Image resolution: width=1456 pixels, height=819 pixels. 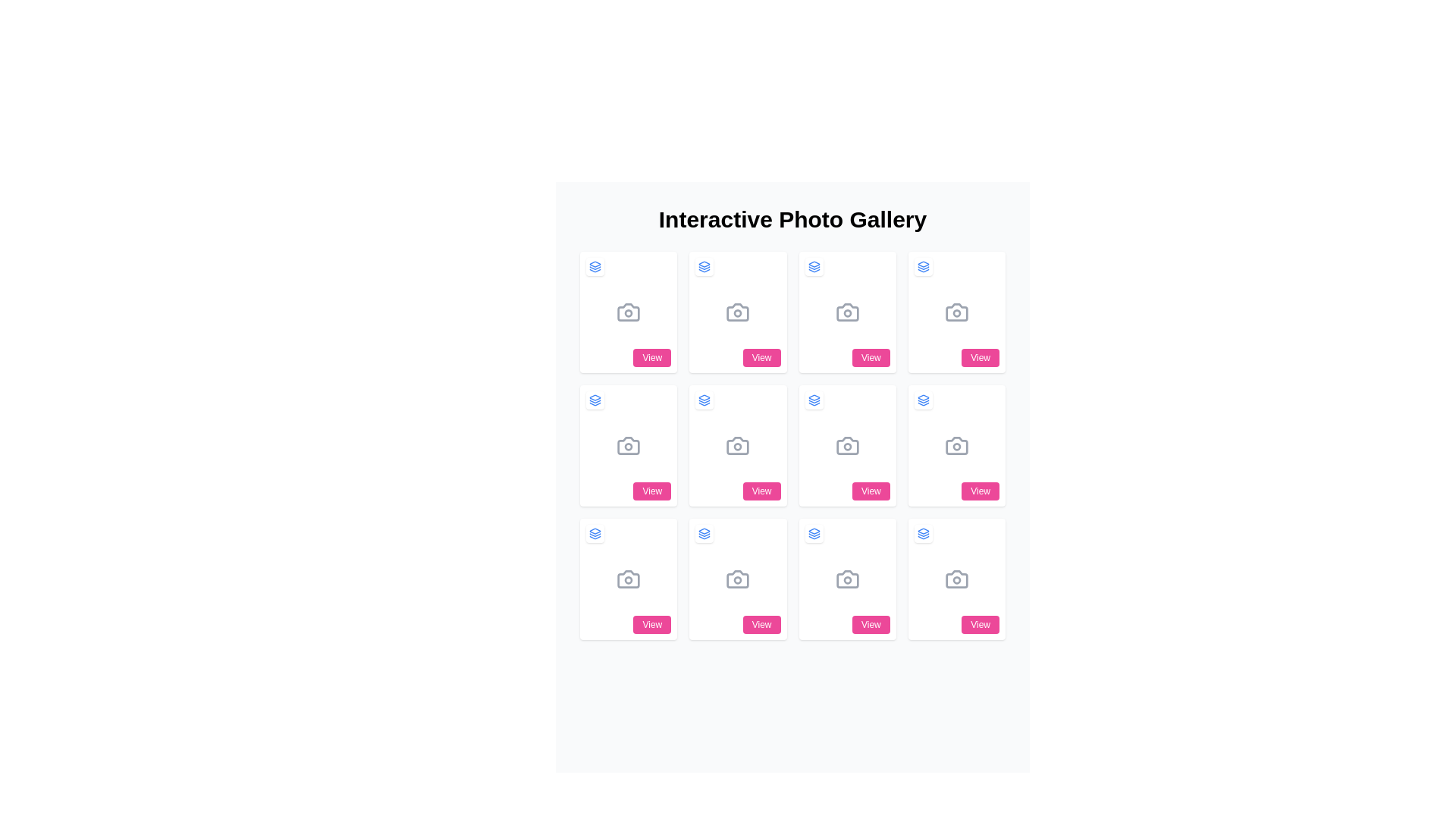 I want to click on the primary camera icon located in the ninth card of a three-by-four grid layout, which is positioned centrally above the pink 'View' button, so click(x=846, y=444).